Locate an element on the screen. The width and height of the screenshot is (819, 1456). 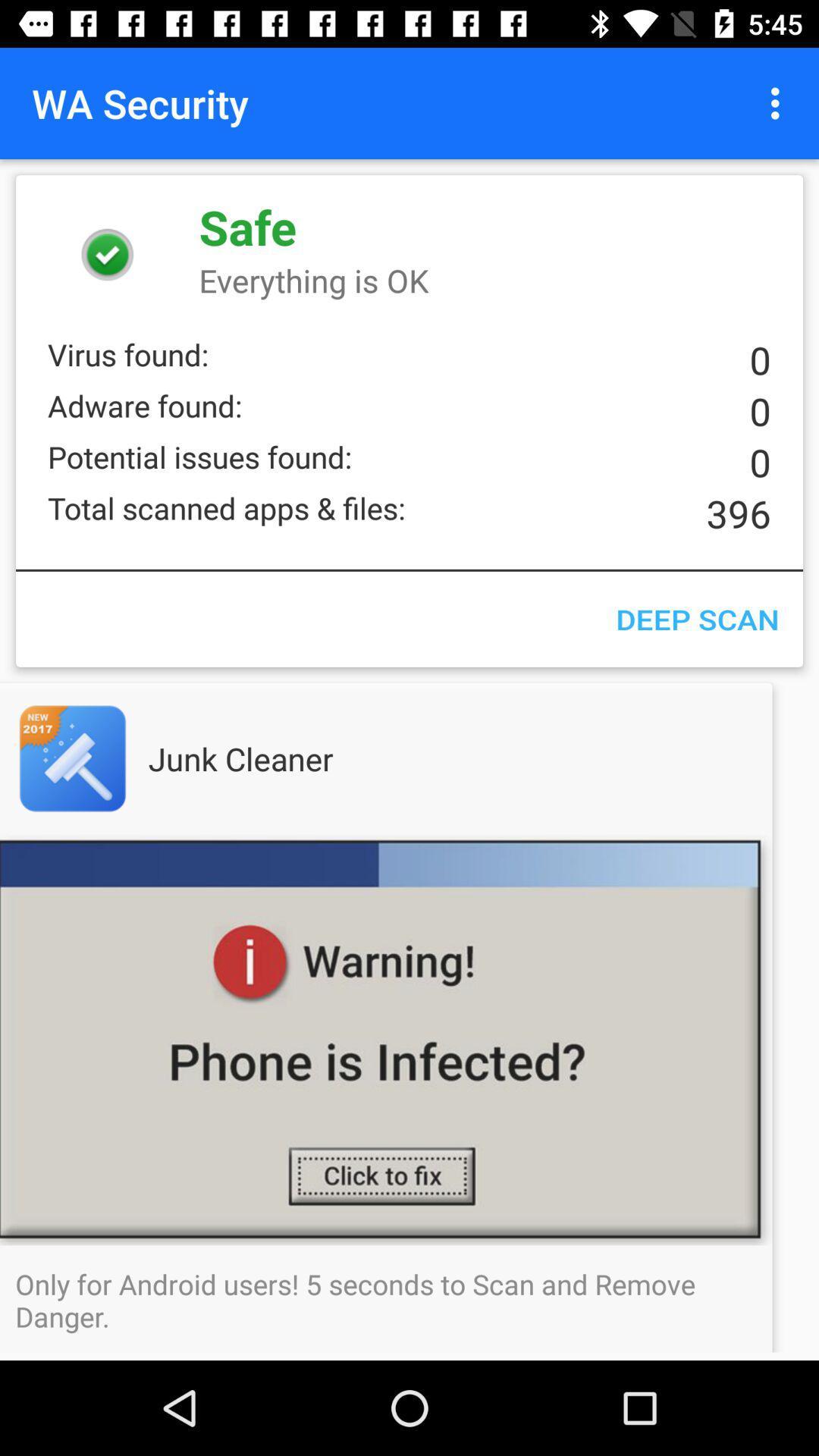
item to the left of junk cleaner icon is located at coordinates (102, 758).